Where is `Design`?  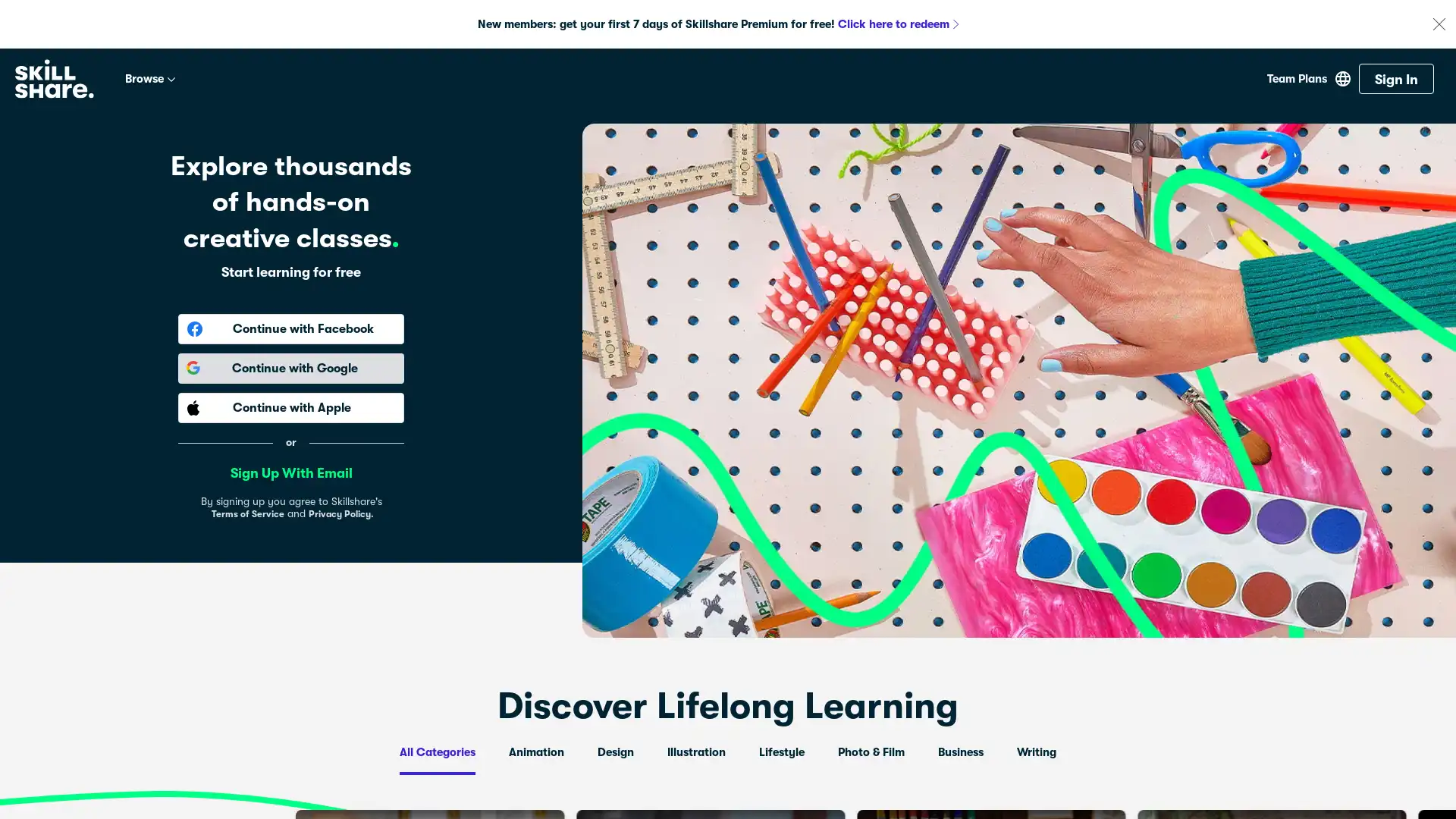 Design is located at coordinates (615, 757).